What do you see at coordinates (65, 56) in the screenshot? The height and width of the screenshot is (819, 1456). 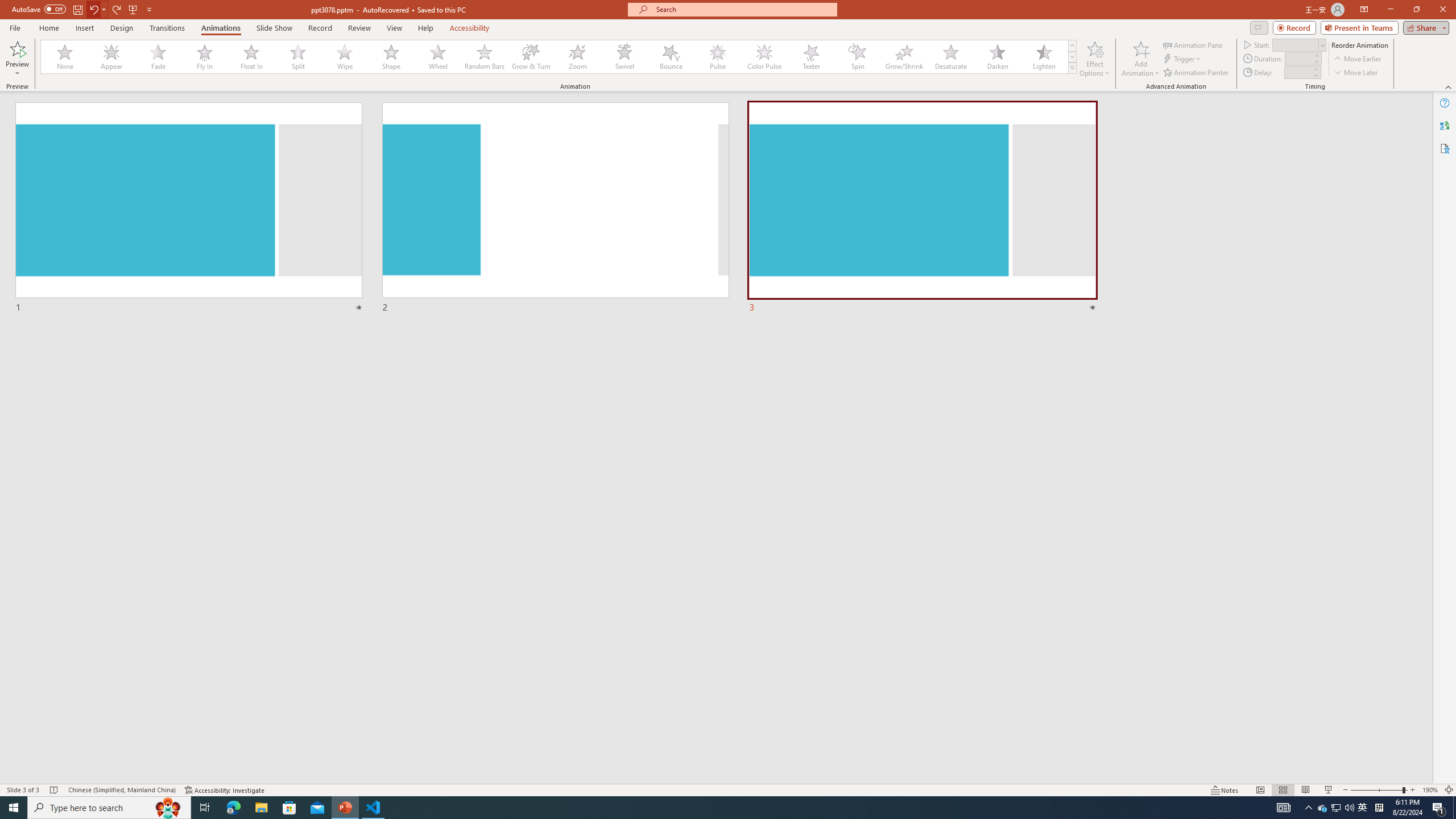 I see `'None'` at bounding box center [65, 56].